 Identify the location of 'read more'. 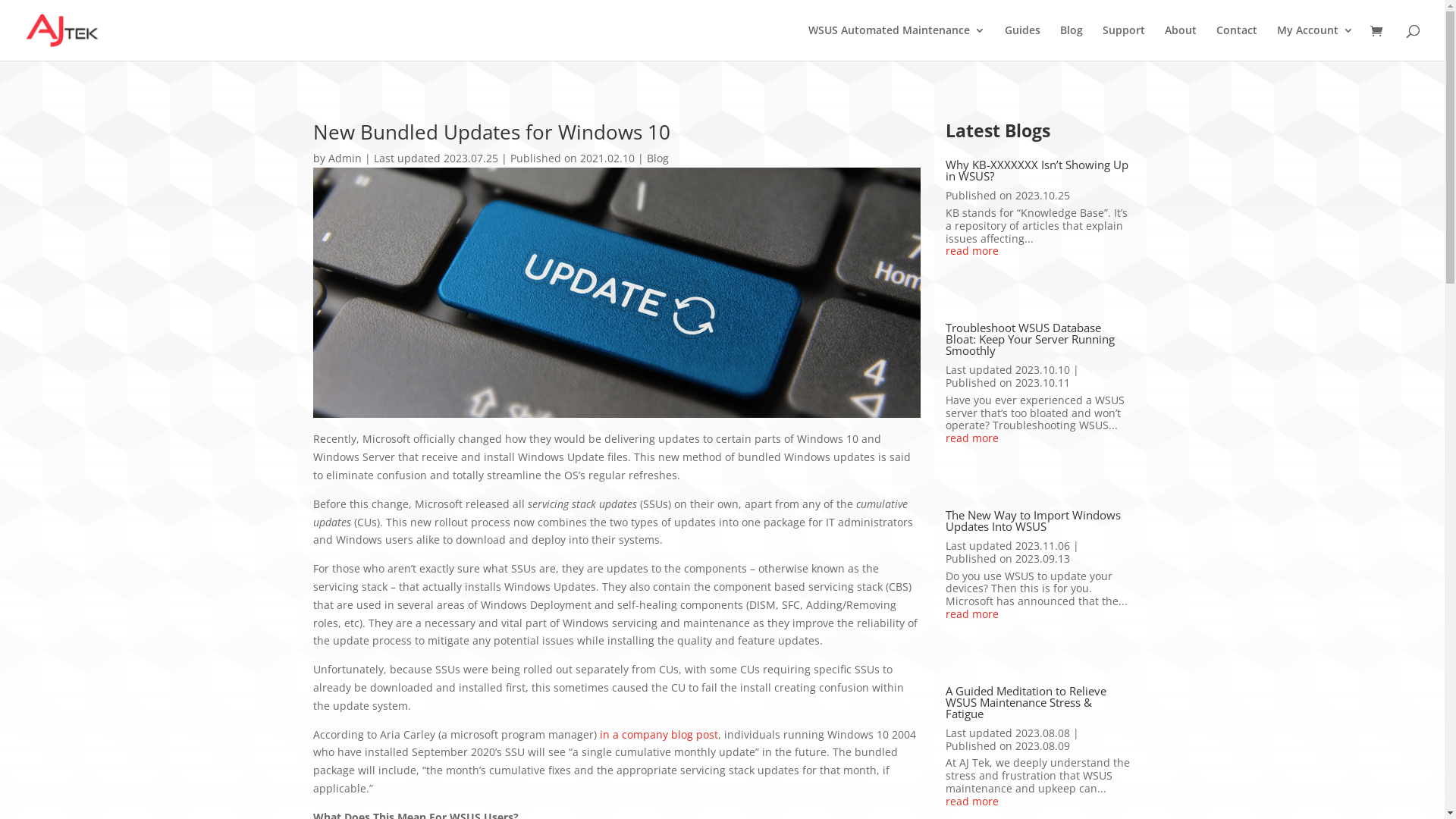
(1037, 250).